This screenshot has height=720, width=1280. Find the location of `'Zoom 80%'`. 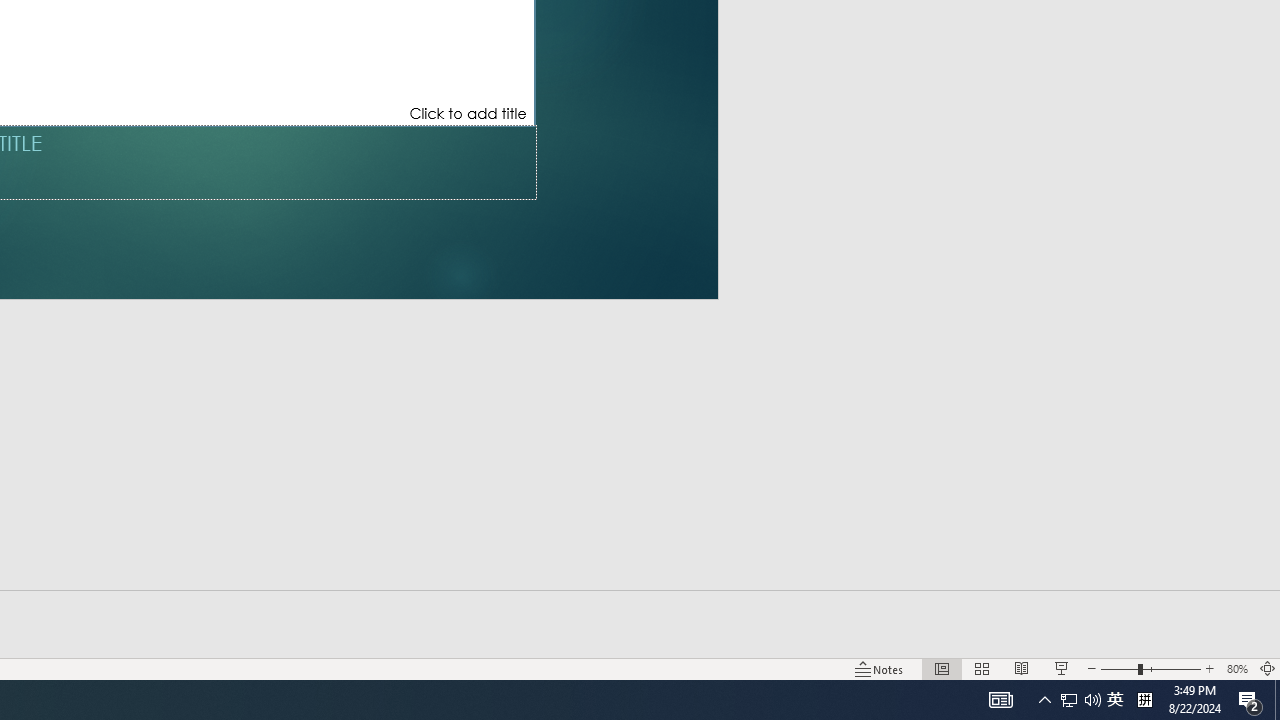

'Zoom 80%' is located at coordinates (1236, 669).